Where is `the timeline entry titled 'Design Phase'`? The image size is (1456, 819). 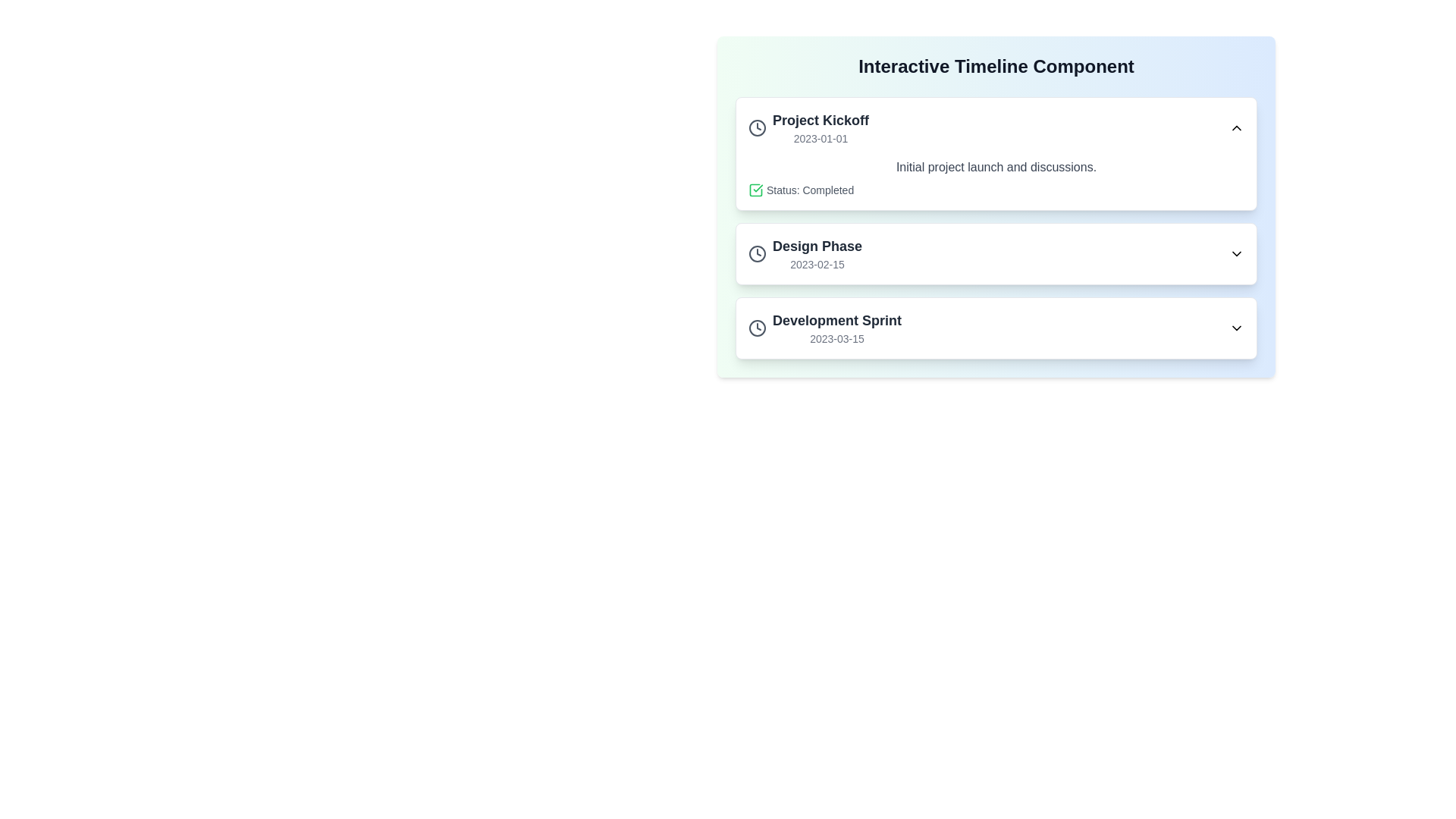 the timeline entry titled 'Design Phase' is located at coordinates (996, 253).